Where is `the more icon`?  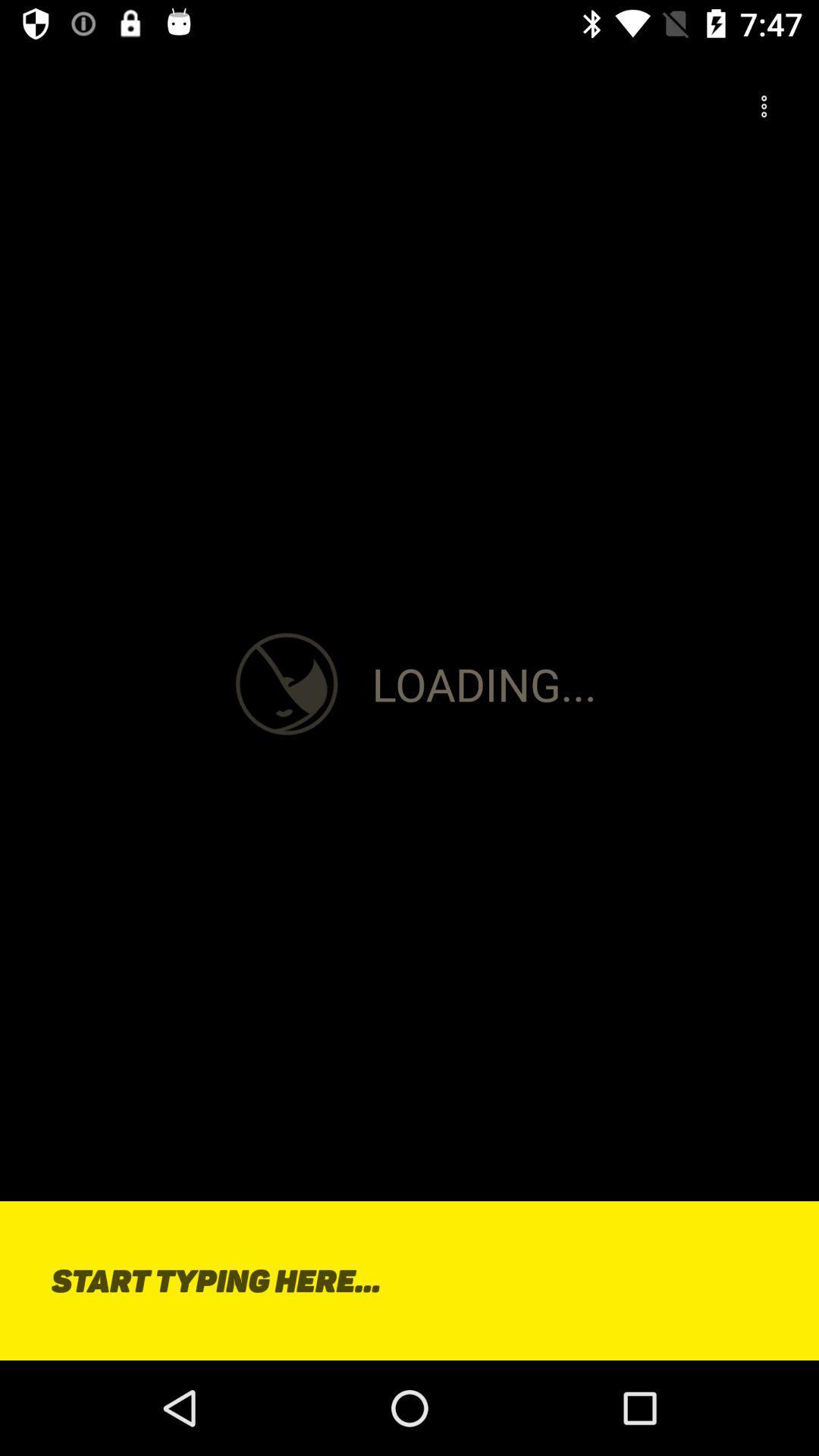
the more icon is located at coordinates (764, 106).